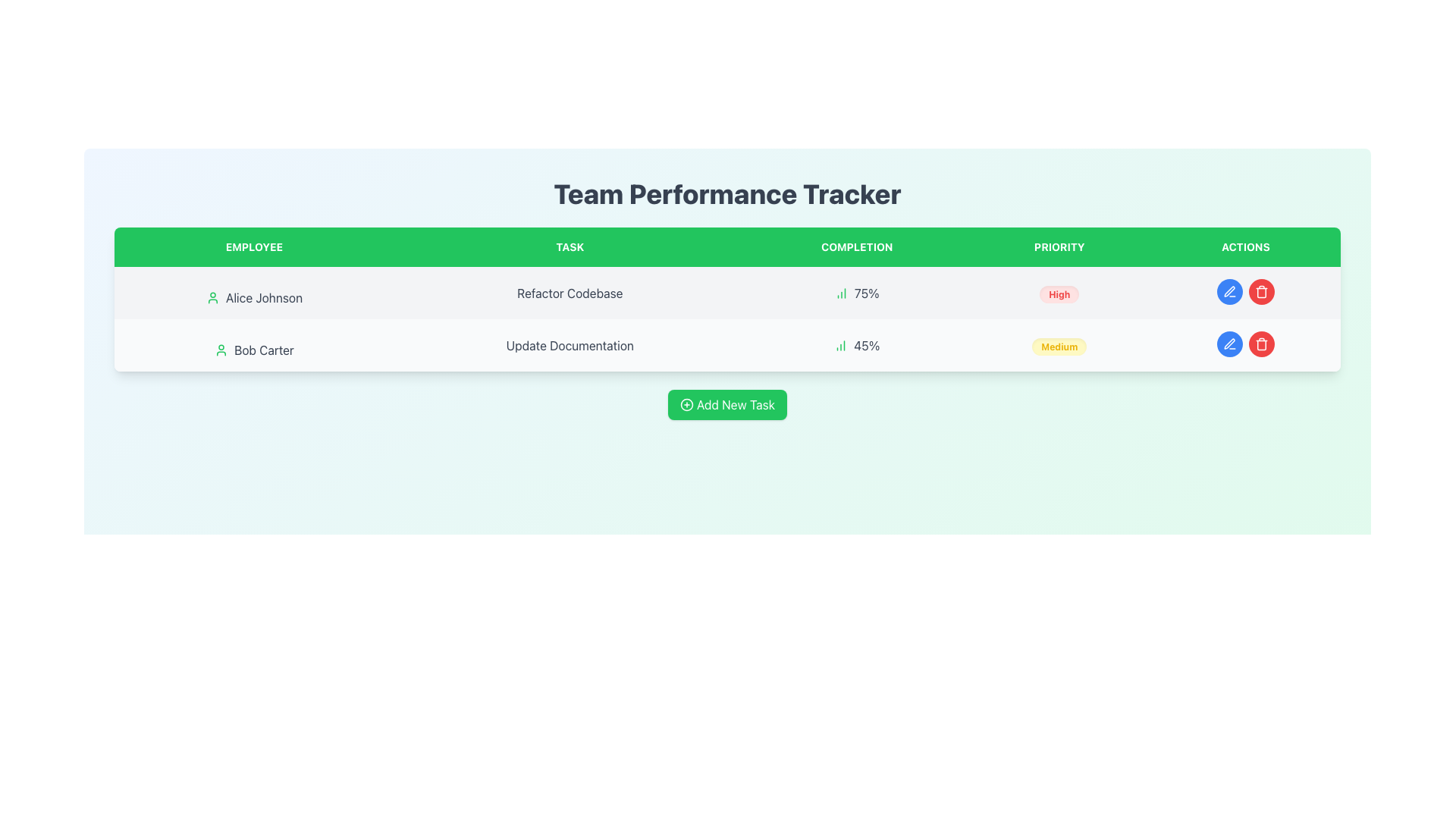 The height and width of the screenshot is (819, 1456). What do you see at coordinates (1261, 345) in the screenshot?
I see `the trashcan icon located in the second row of the 'Actions' column, next to the 'Edit' icon for the 'Bob Carter' entry` at bounding box center [1261, 345].